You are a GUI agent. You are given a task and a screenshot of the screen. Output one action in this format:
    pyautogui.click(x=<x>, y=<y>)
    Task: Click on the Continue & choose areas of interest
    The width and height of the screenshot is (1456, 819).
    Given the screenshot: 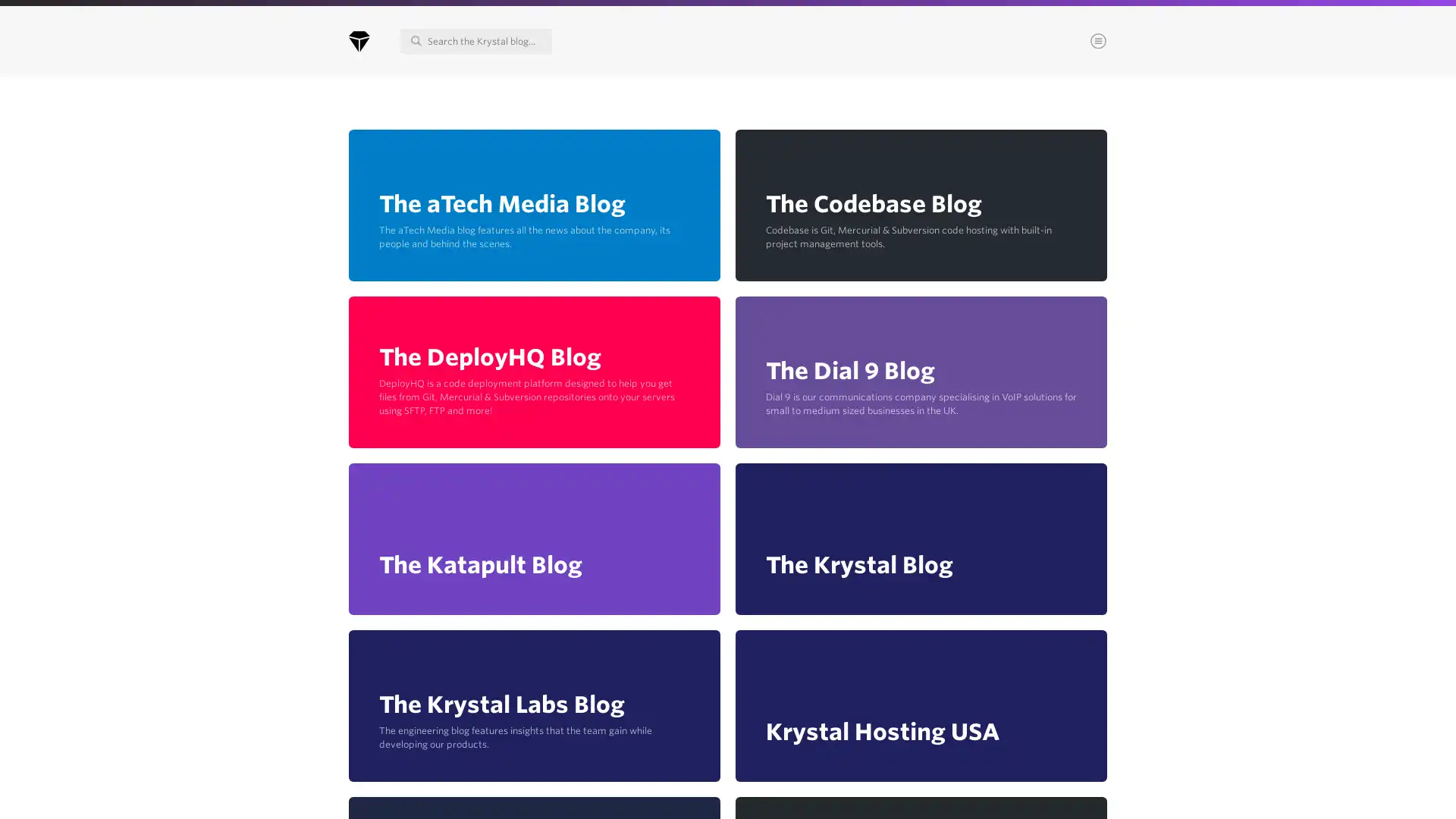 What is the action you would take?
    pyautogui.click(x=443, y=297)
    